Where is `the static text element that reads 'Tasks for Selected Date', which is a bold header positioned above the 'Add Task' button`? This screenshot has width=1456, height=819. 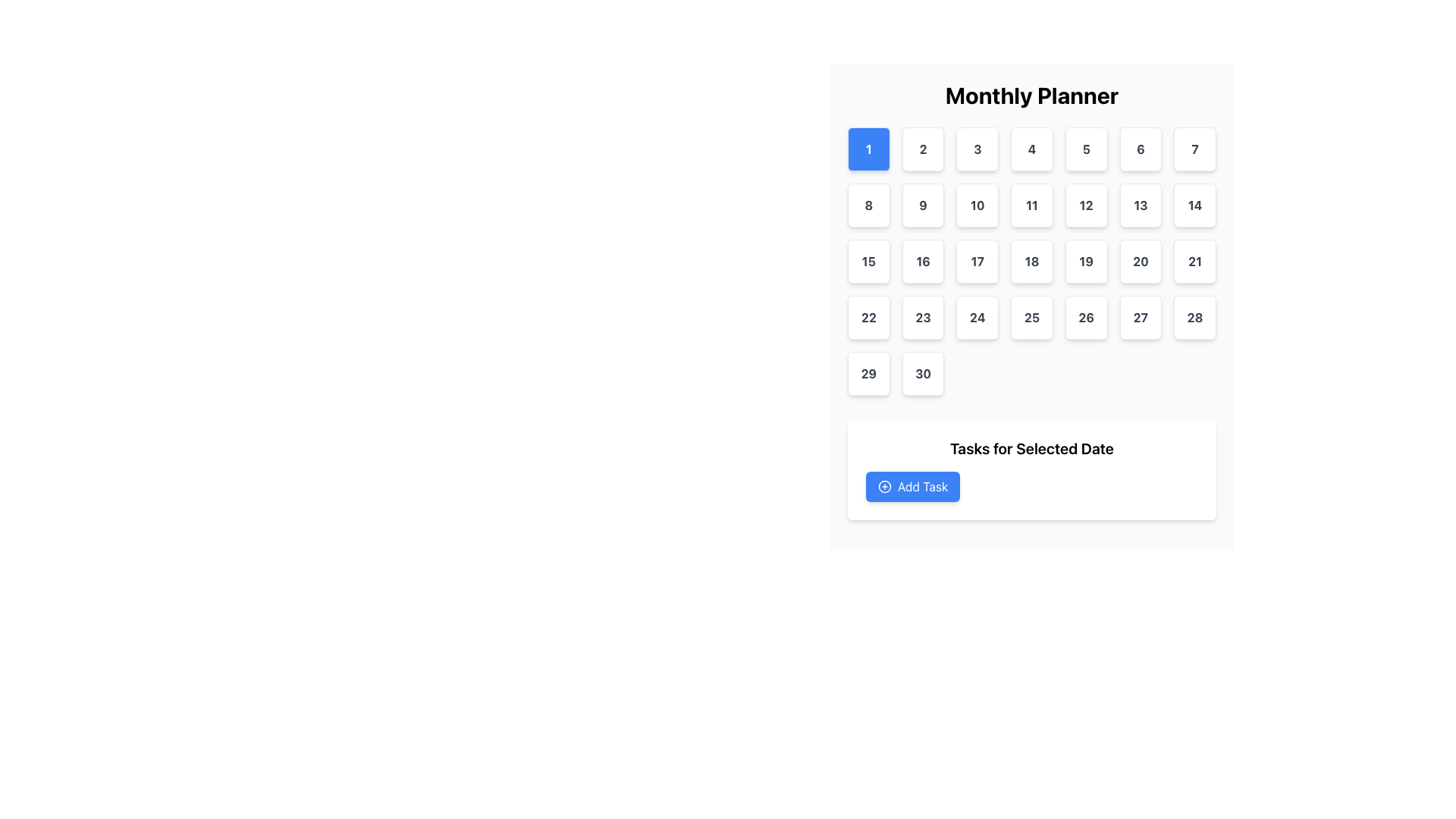 the static text element that reads 'Tasks for Selected Date', which is a bold header positioned above the 'Add Task' button is located at coordinates (1031, 447).